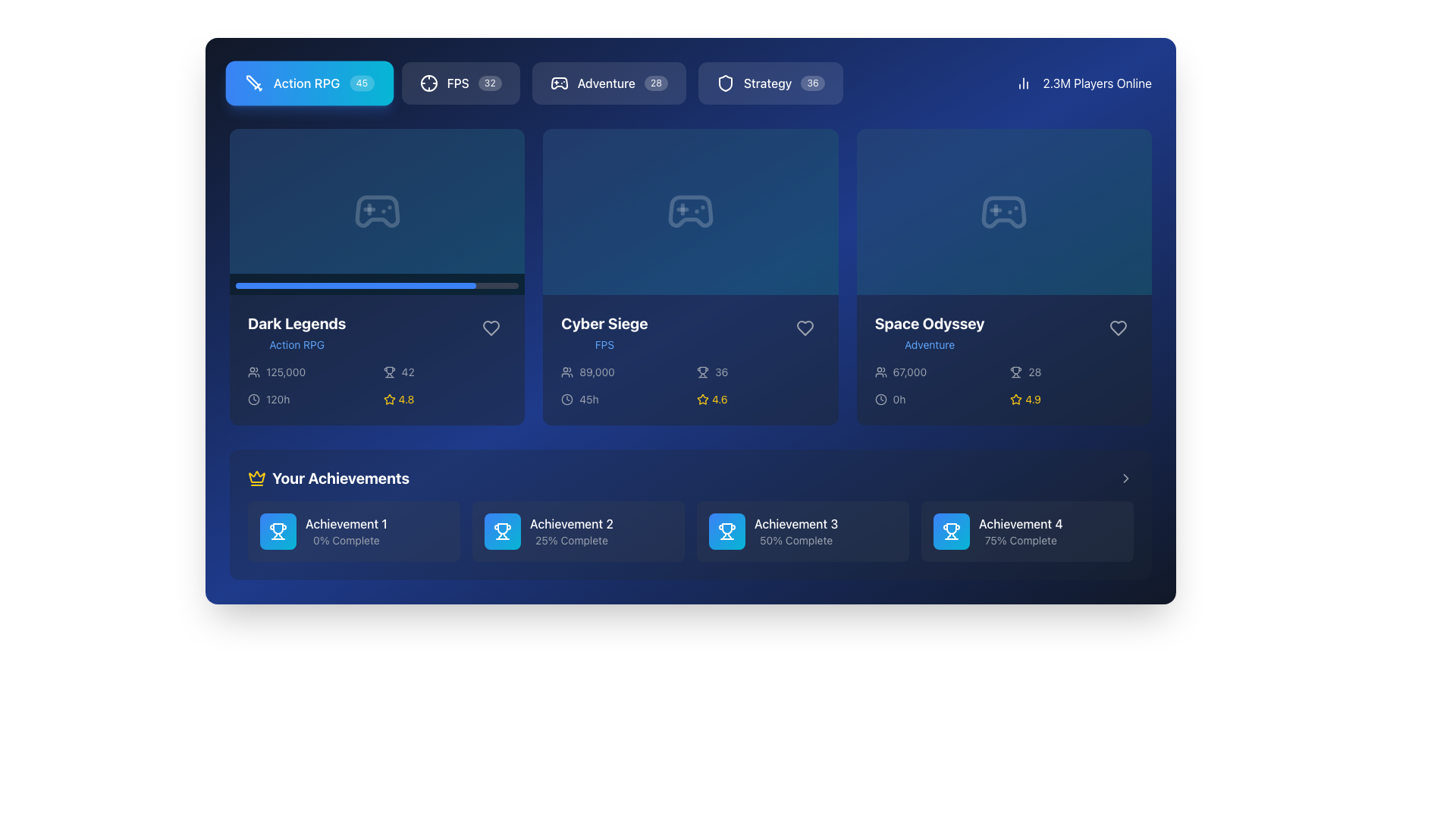 This screenshot has width=1456, height=819. Describe the element at coordinates (491, 327) in the screenshot. I see `the heart icon button located in the upper right corner of the 'Dark Legends' card` at that location.